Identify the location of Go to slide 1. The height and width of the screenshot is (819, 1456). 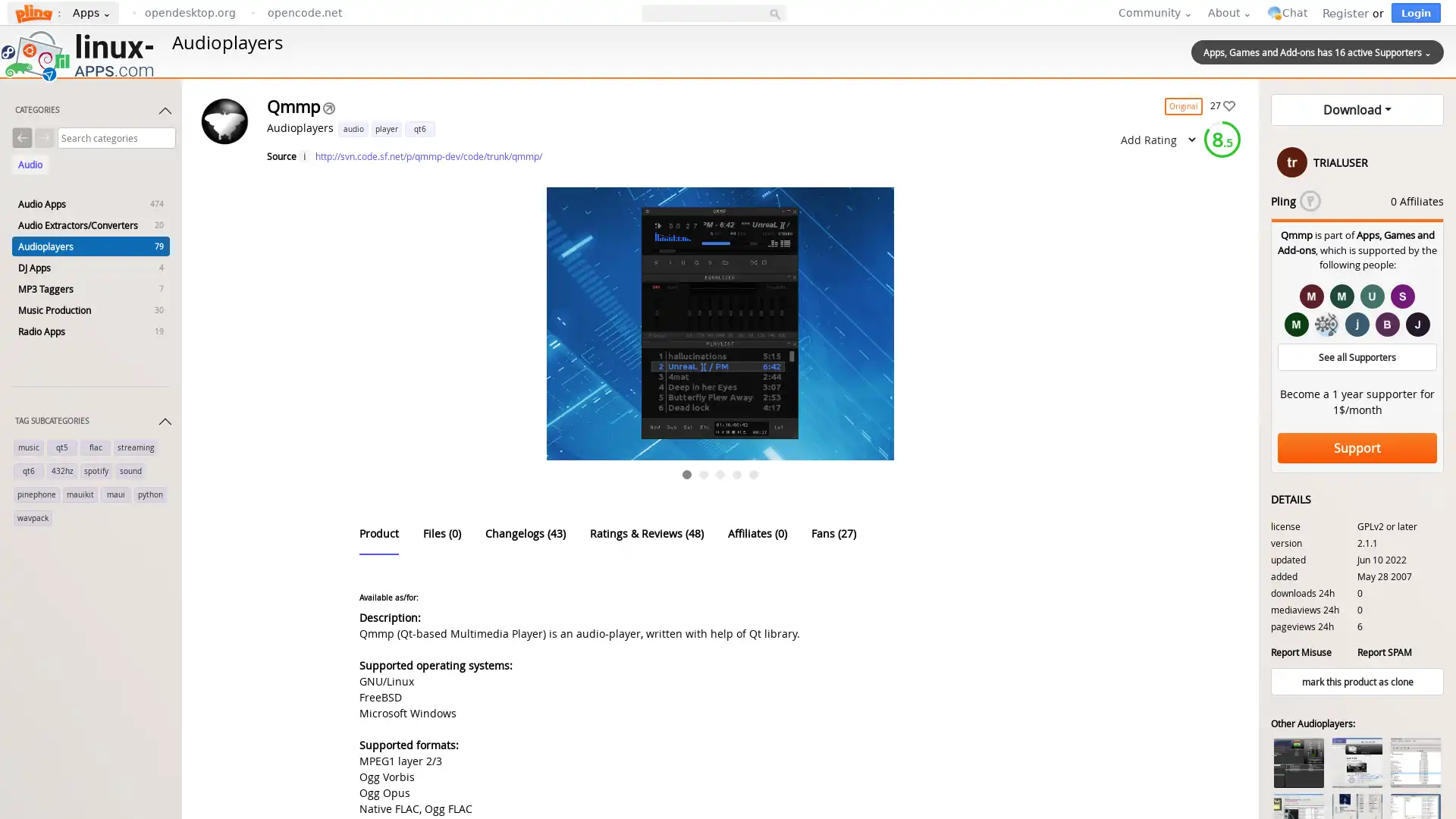
(686, 473).